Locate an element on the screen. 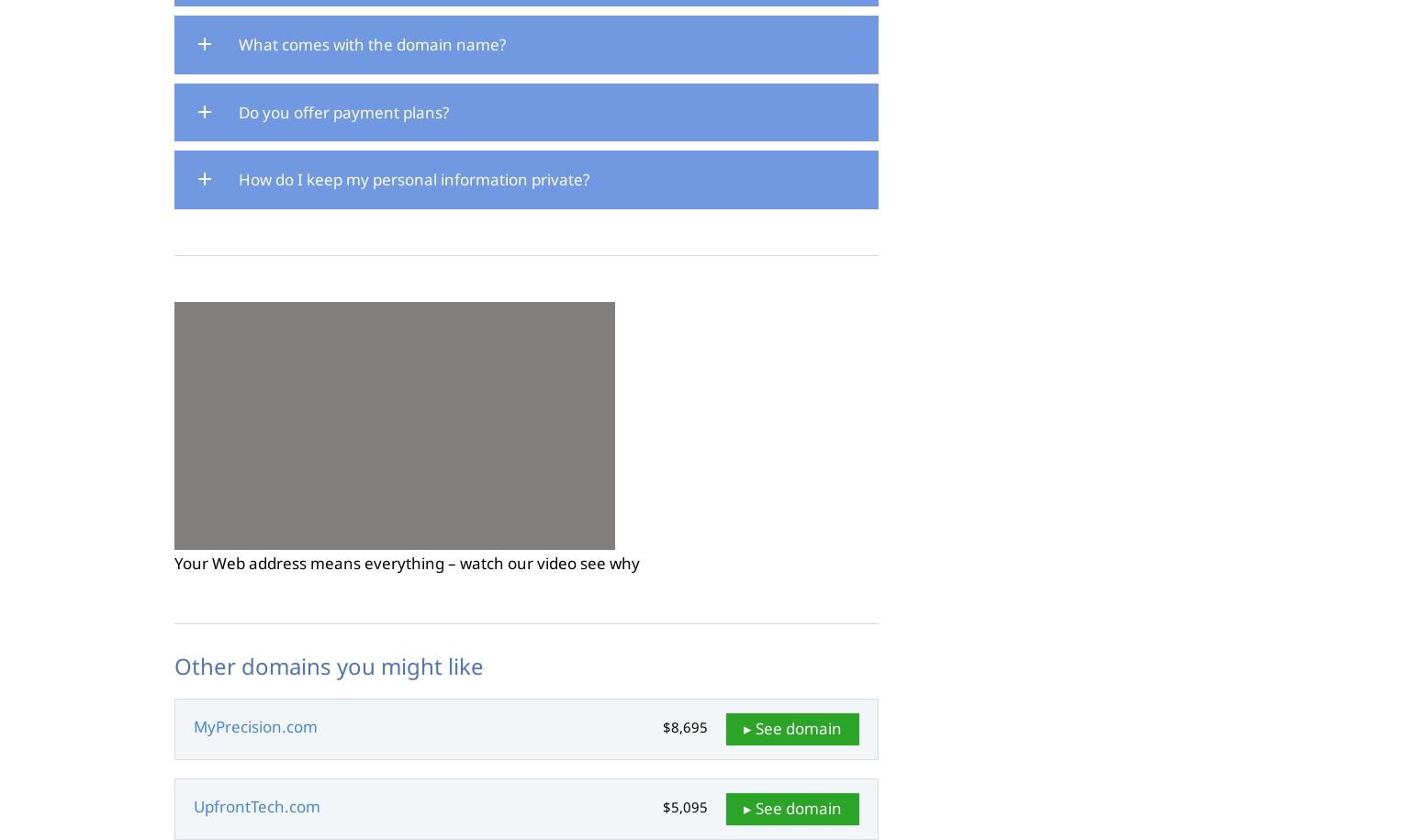 The image size is (1423, 840). 'UpfrontTech.com' is located at coordinates (256, 805).